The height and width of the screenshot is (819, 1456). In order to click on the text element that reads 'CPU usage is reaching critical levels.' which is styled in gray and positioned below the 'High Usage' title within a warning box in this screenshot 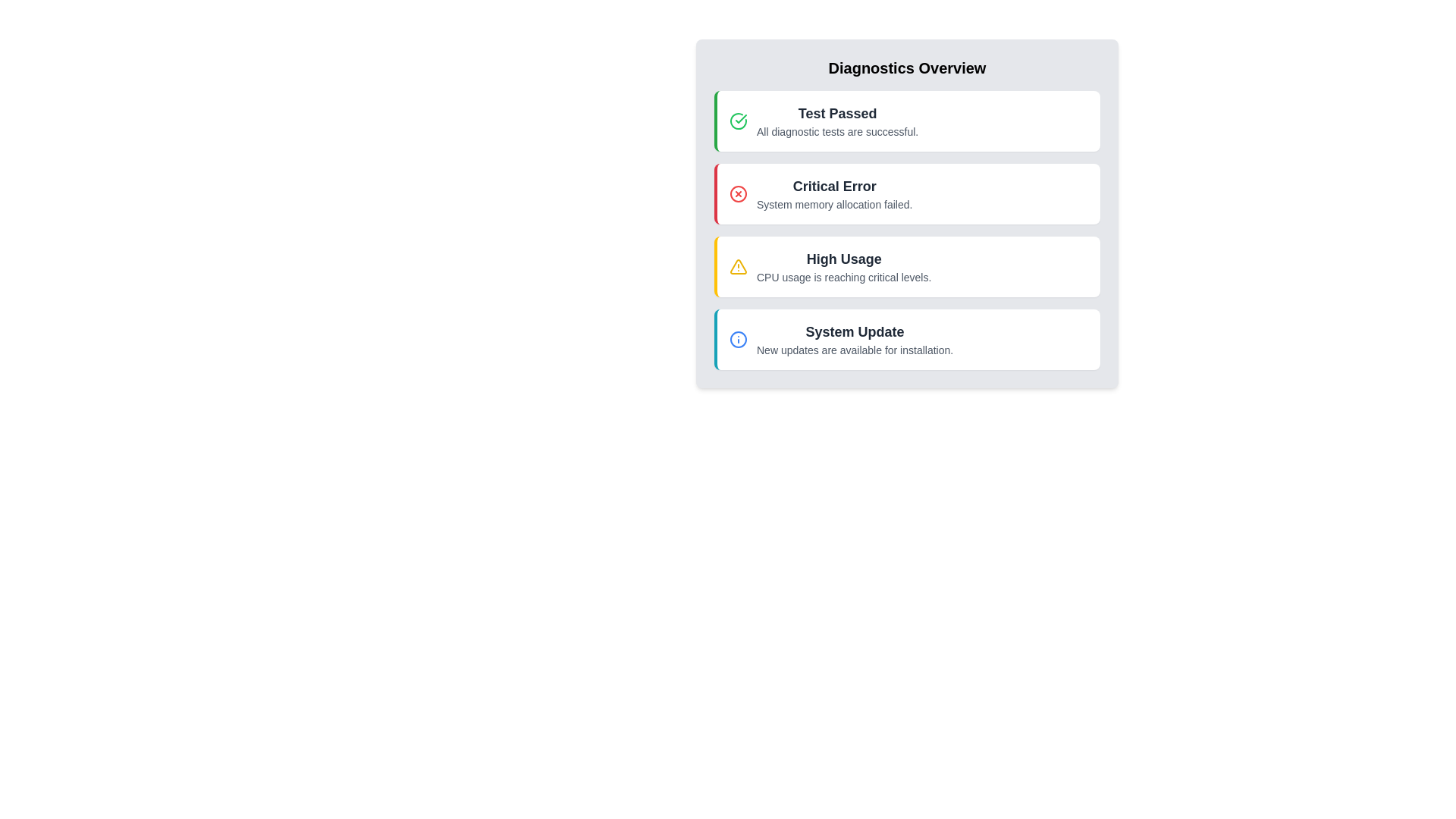, I will do `click(843, 278)`.